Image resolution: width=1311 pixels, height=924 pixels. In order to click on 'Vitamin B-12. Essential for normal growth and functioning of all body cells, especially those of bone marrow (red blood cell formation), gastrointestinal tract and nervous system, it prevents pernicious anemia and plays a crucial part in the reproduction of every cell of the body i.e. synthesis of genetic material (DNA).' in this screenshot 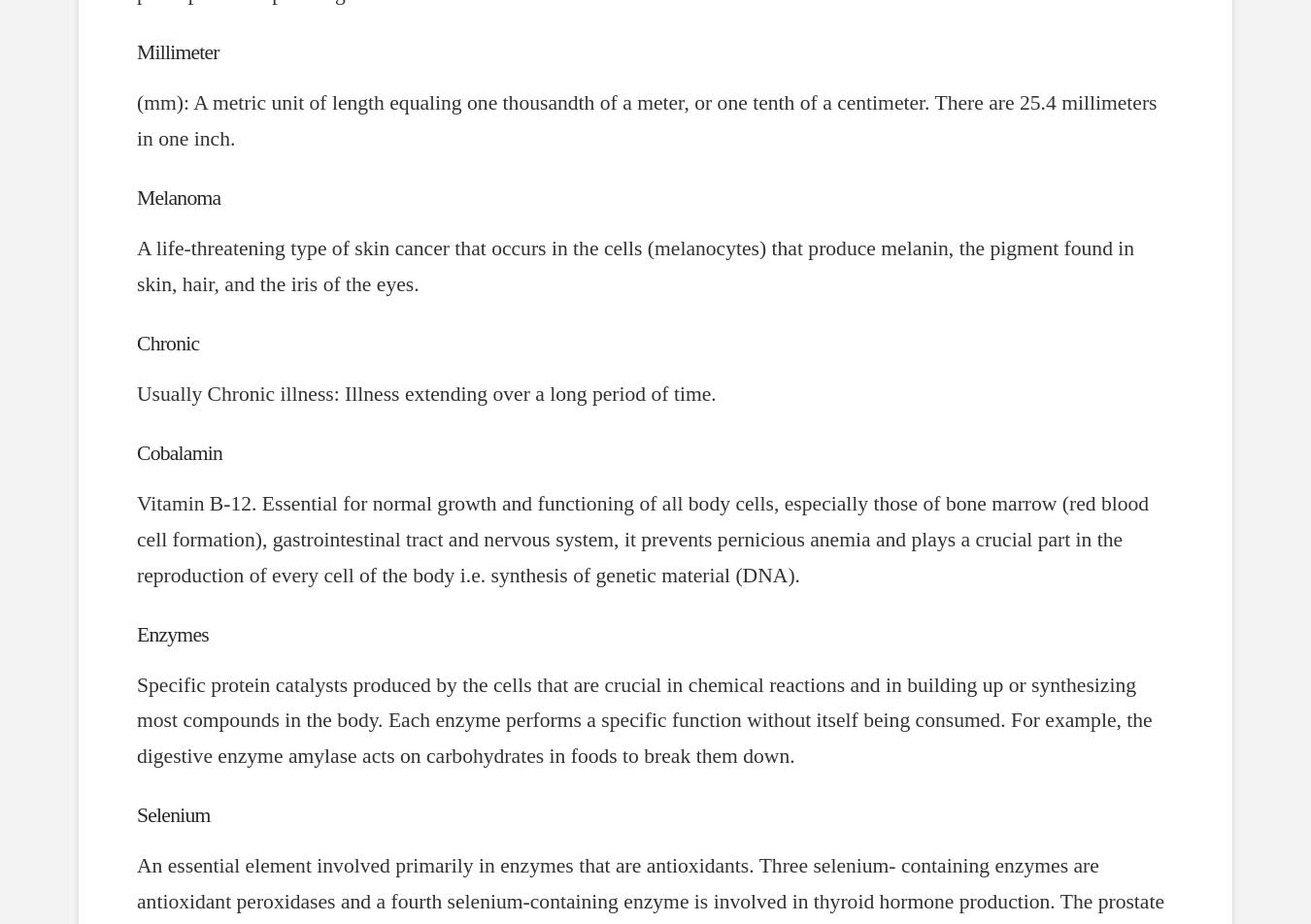, I will do `click(136, 539)`.